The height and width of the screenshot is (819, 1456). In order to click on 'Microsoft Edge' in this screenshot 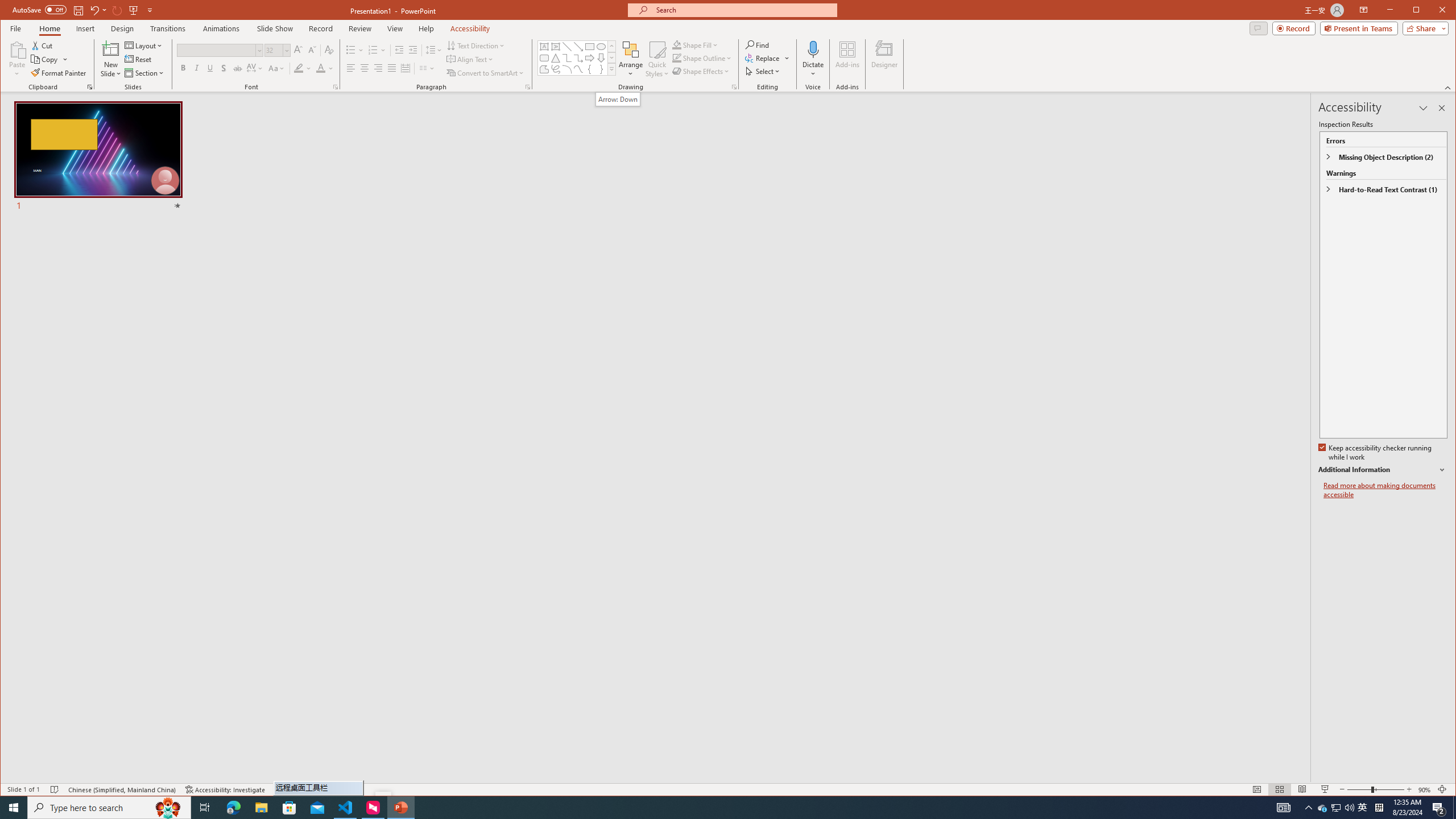, I will do `click(233, 806)`.